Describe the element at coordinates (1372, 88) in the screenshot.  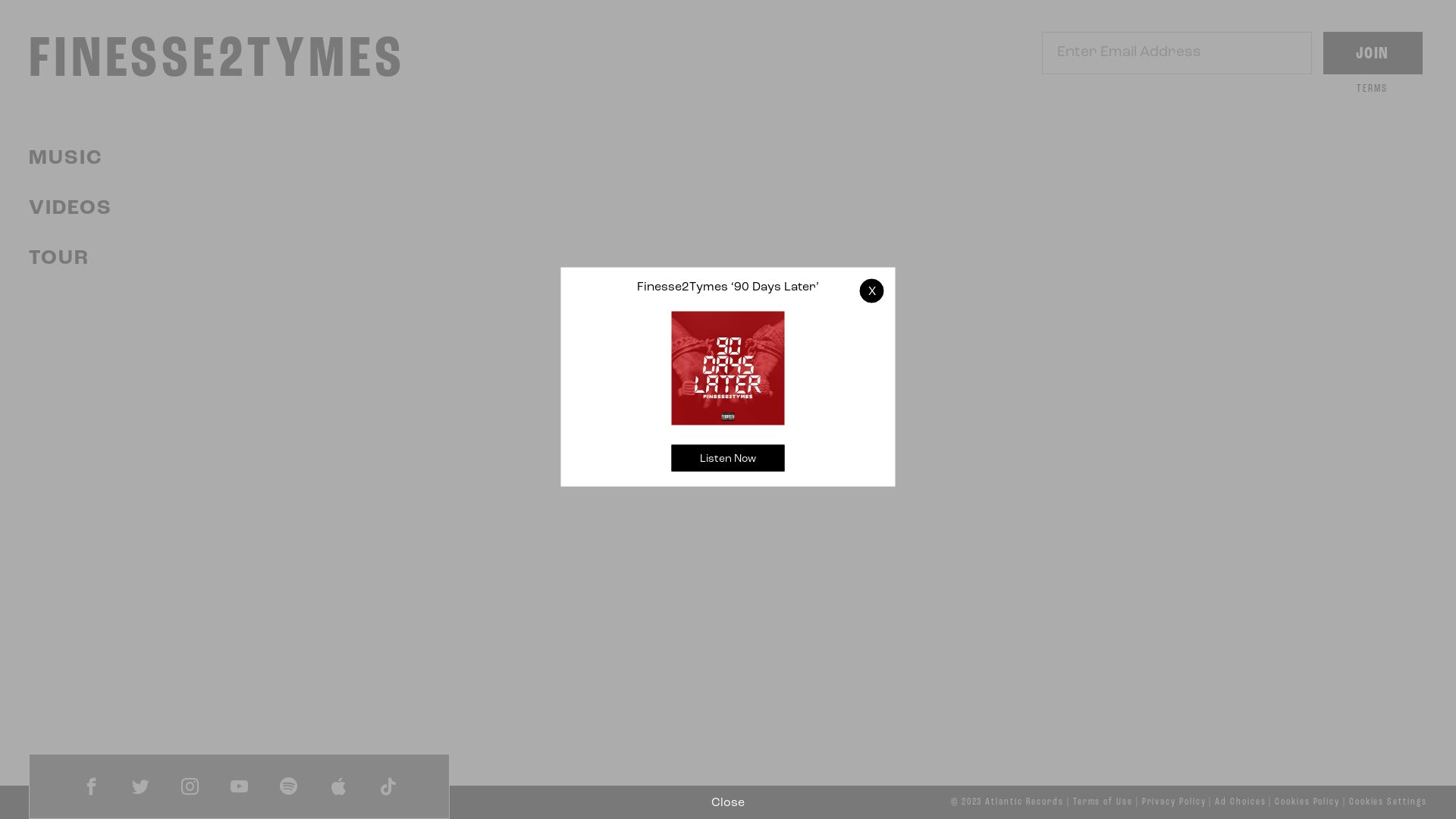
I see `'TERMS'` at that location.